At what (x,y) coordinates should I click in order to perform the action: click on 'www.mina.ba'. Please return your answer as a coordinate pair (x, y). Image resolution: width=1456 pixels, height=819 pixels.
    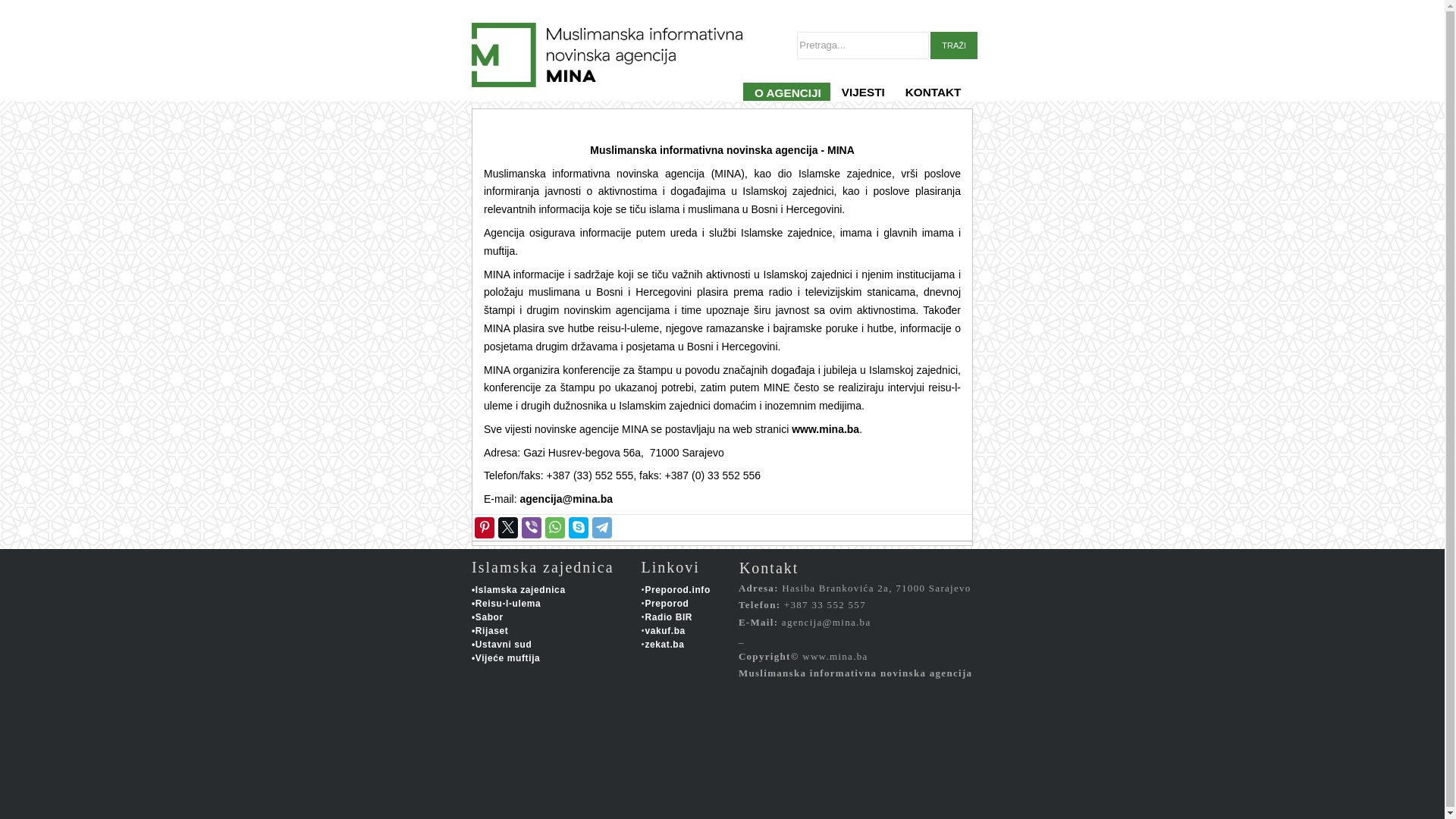
    Looking at the image, I should click on (824, 429).